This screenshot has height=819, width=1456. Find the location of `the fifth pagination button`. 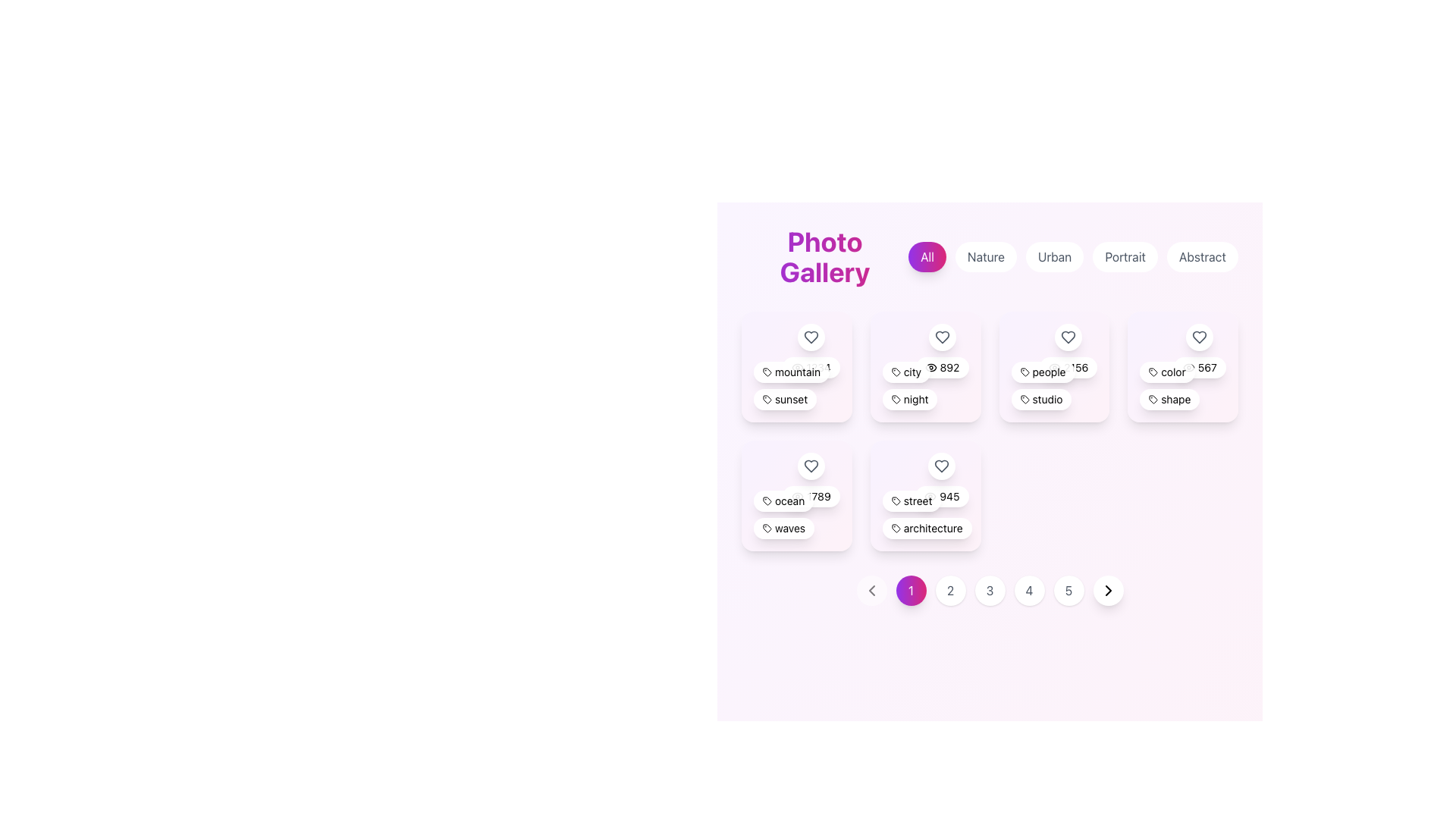

the fifth pagination button is located at coordinates (1068, 589).